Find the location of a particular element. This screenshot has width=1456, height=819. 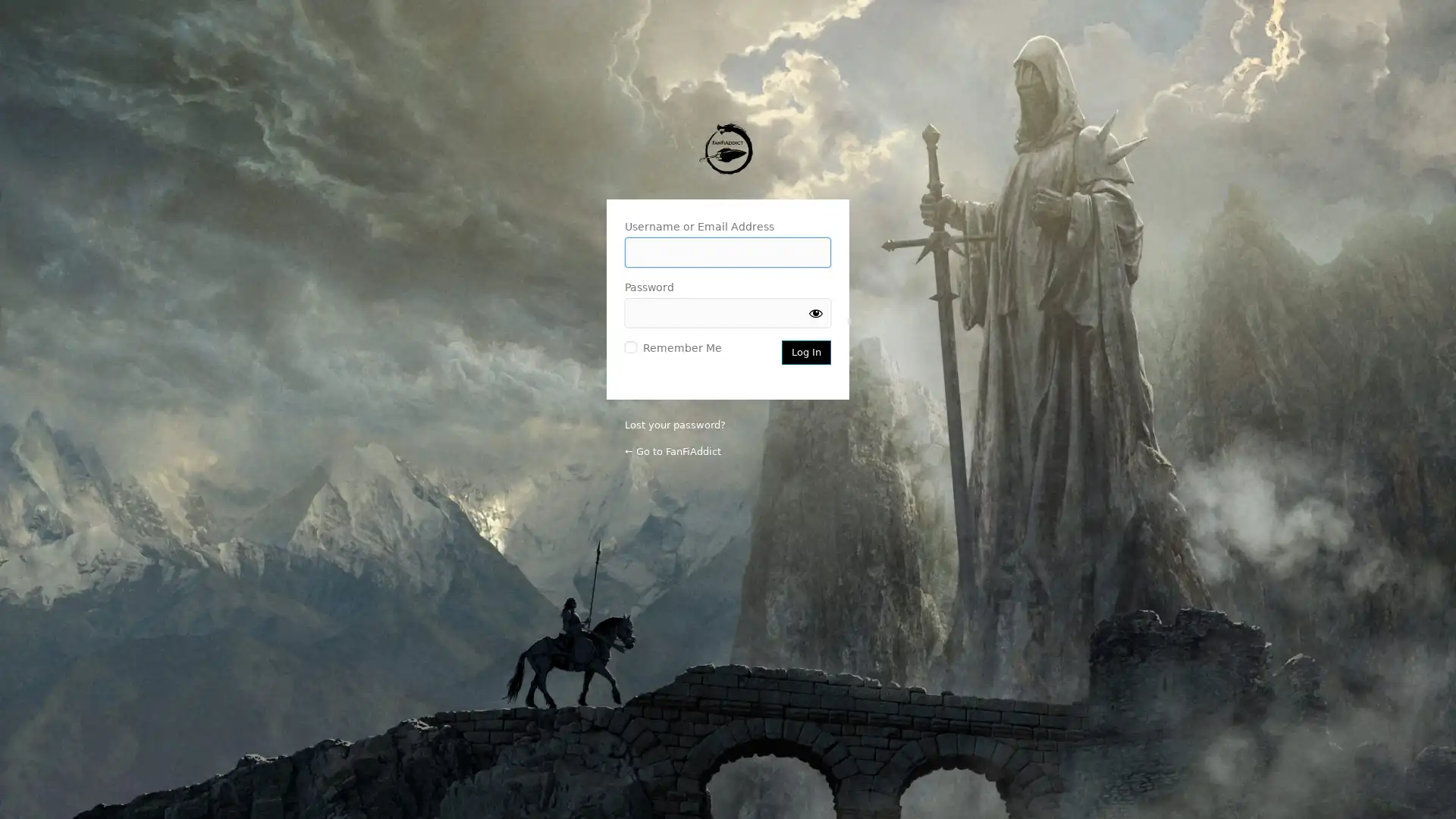

Log In is located at coordinates (805, 351).